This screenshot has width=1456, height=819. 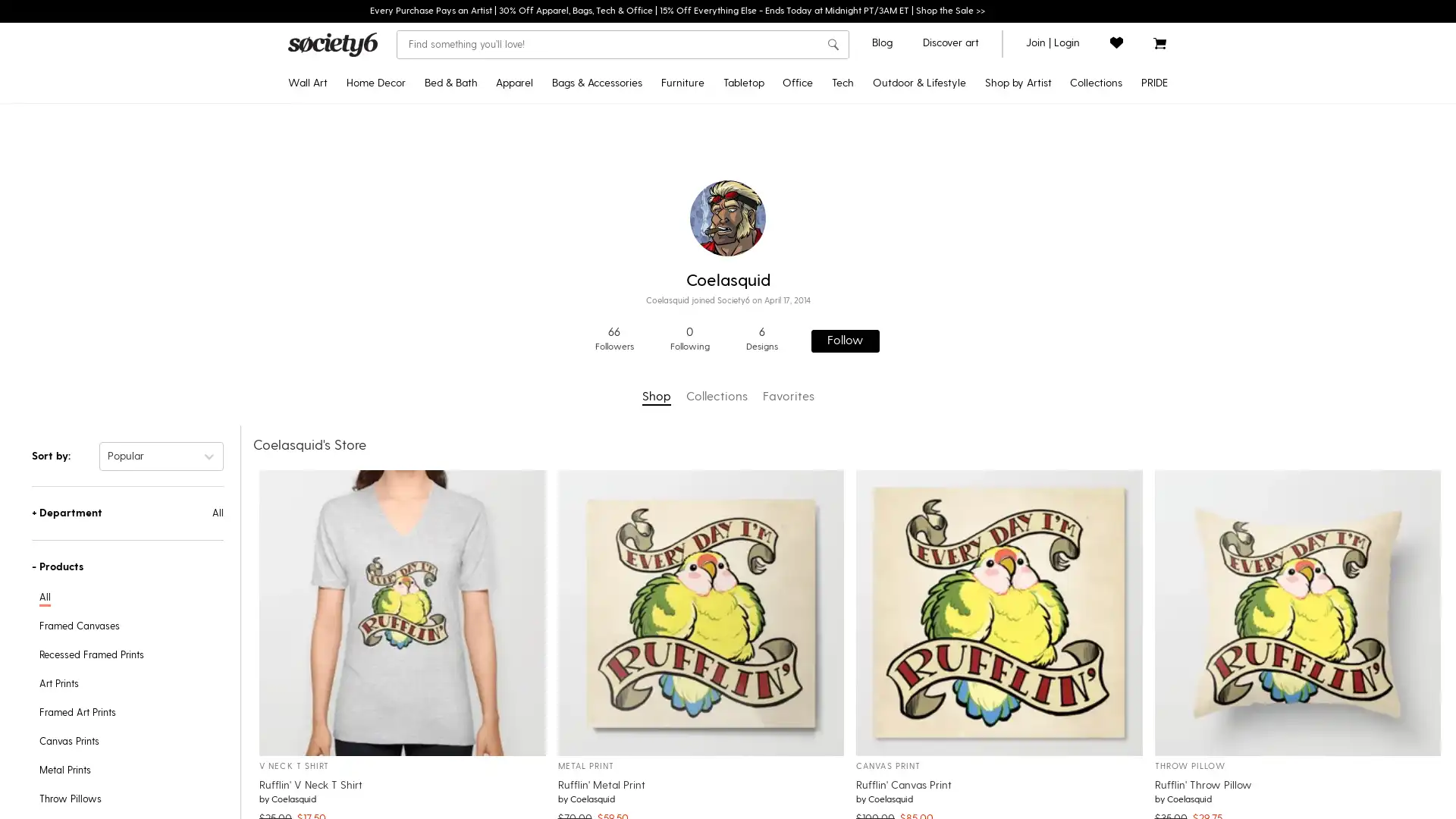 I want to click on Support Ukrainian Artists, so click(x=977, y=268).